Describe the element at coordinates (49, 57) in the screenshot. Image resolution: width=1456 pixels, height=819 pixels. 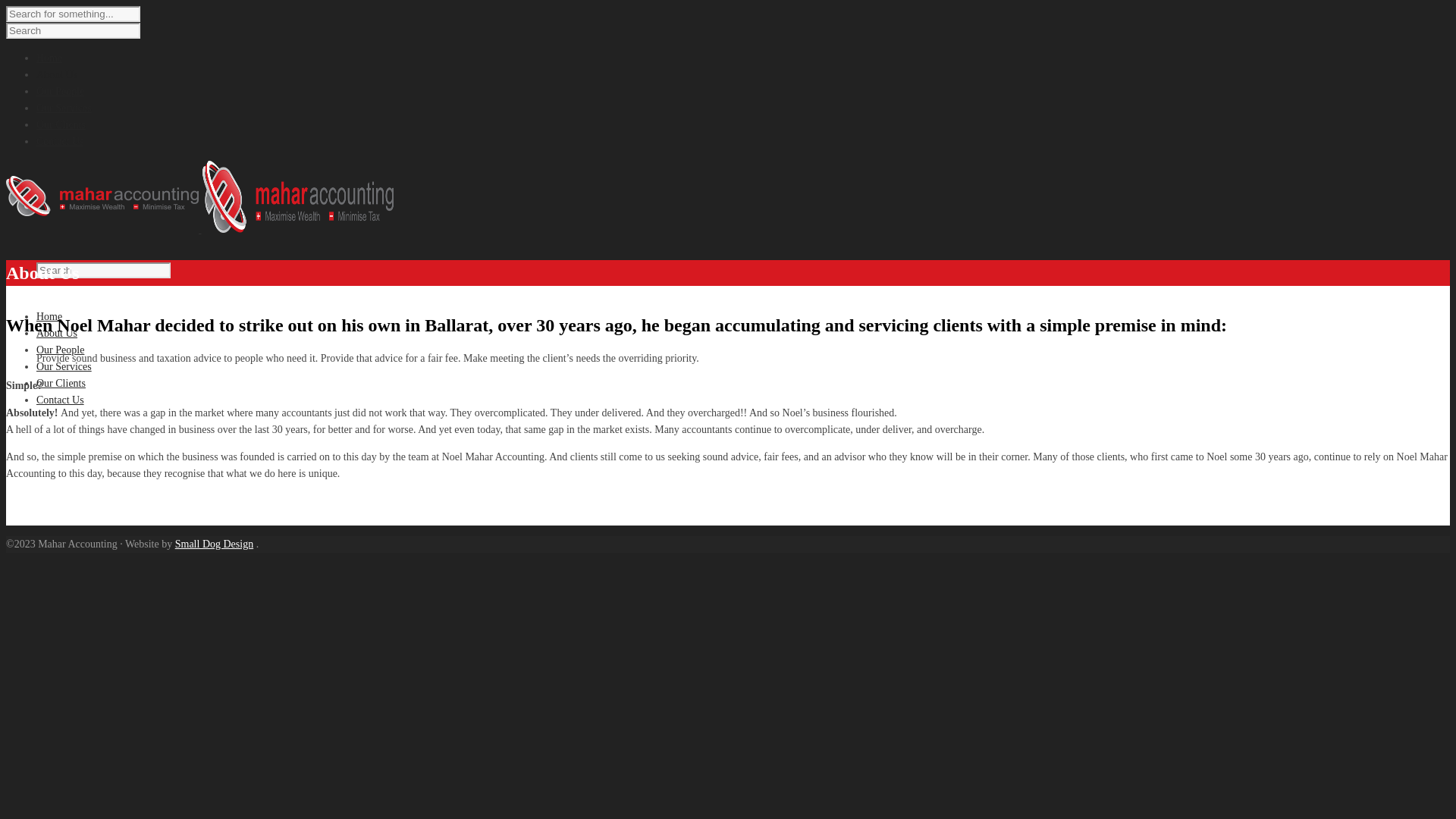
I see `'Home'` at that location.